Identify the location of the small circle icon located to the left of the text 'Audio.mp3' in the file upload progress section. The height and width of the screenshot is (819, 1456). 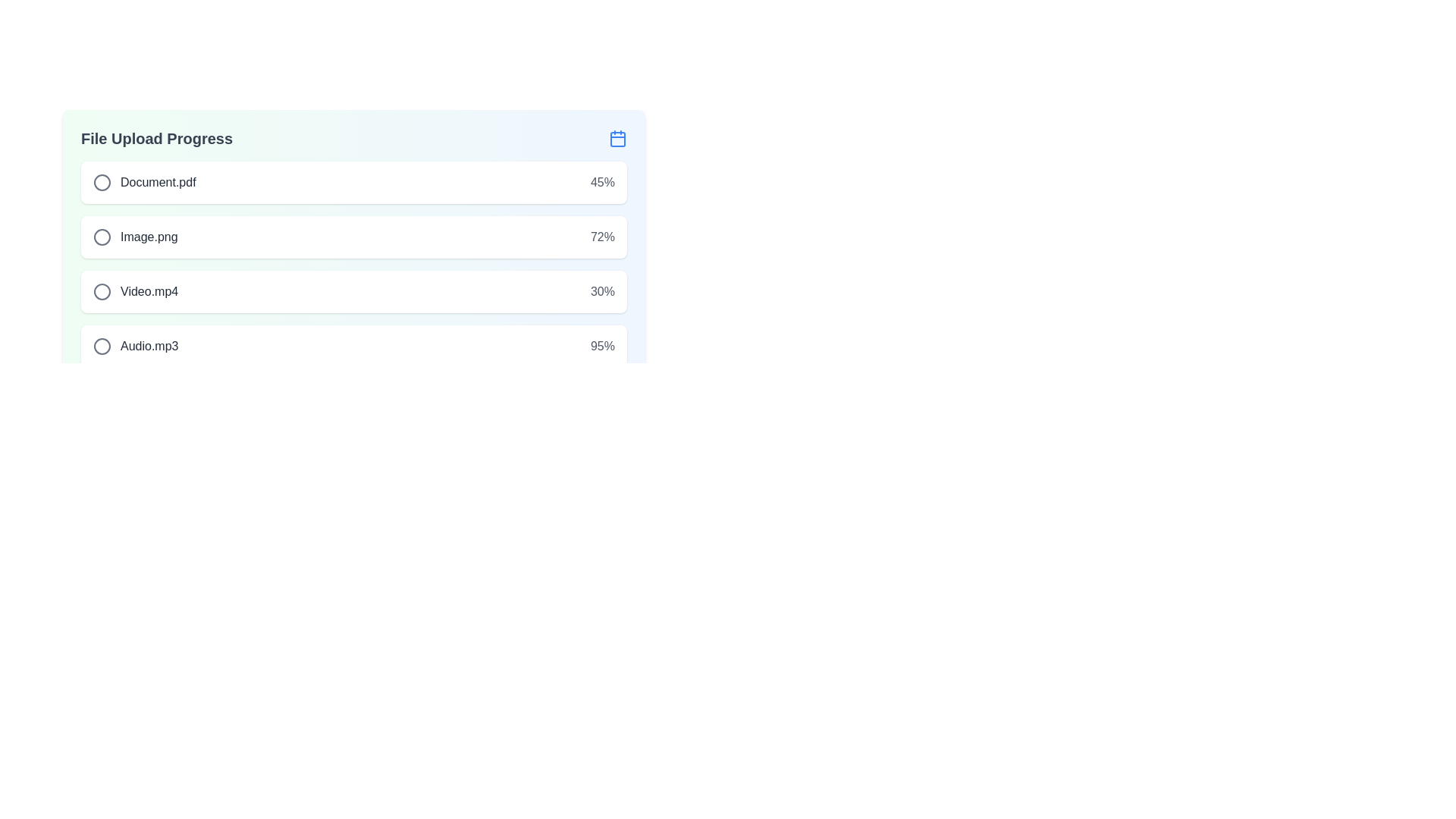
(101, 346).